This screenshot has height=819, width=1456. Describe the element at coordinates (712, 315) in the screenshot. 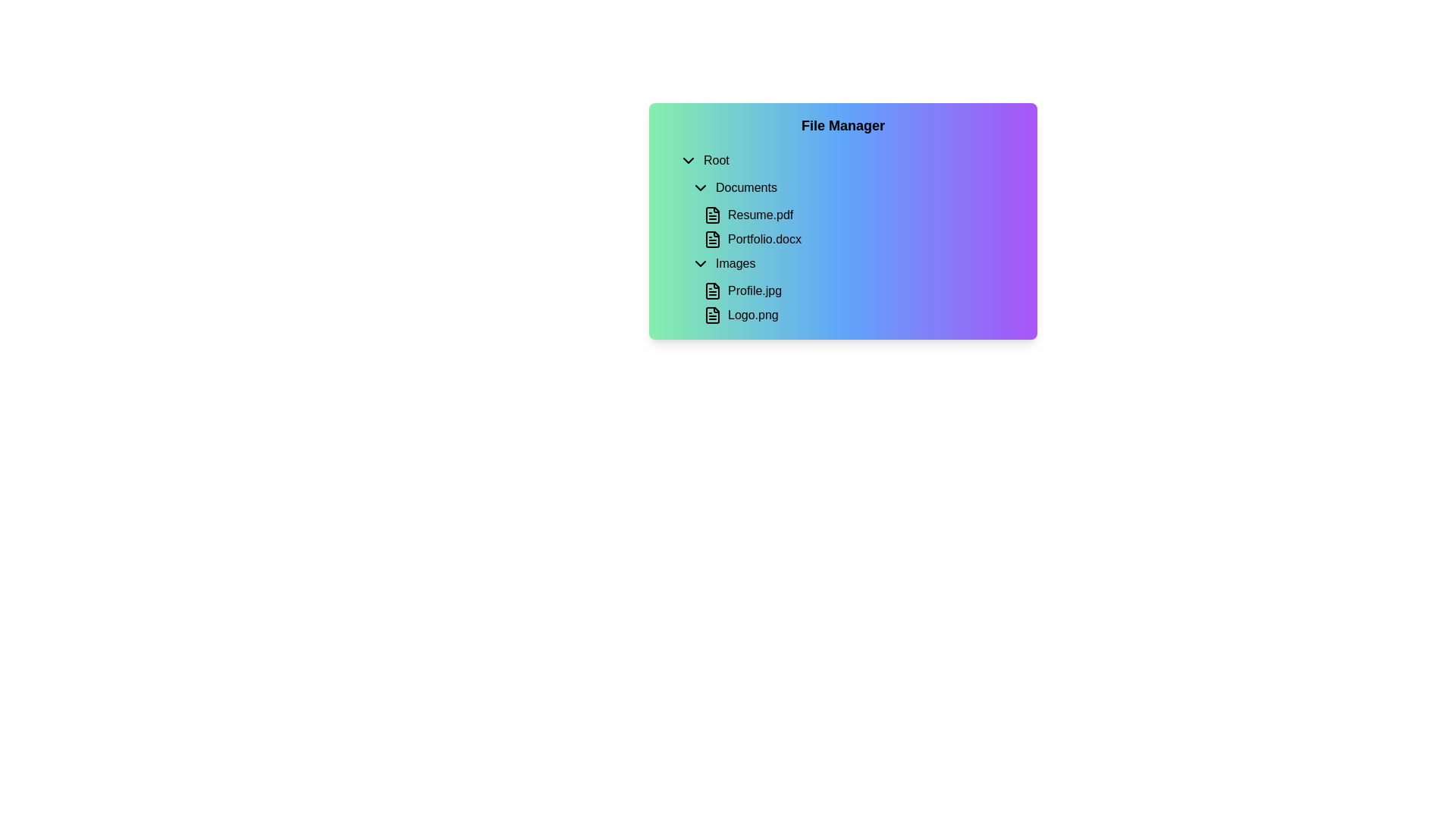

I see `the file icon representing 'Logo.png' located in the 'Images' section, which visually identifies a standard document` at that location.